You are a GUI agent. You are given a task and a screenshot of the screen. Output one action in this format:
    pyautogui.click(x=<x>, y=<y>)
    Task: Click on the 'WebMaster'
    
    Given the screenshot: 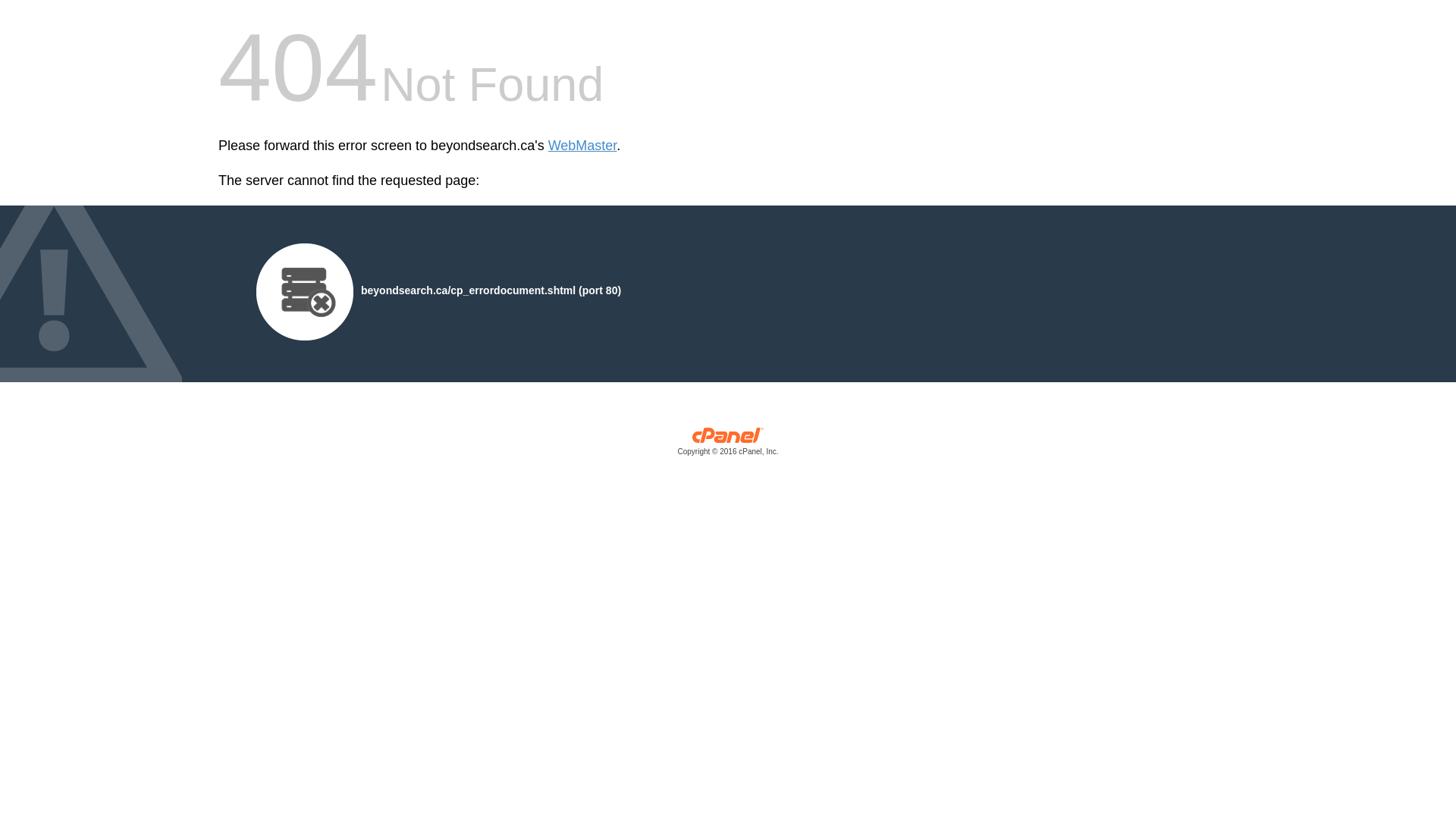 What is the action you would take?
    pyautogui.click(x=582, y=146)
    